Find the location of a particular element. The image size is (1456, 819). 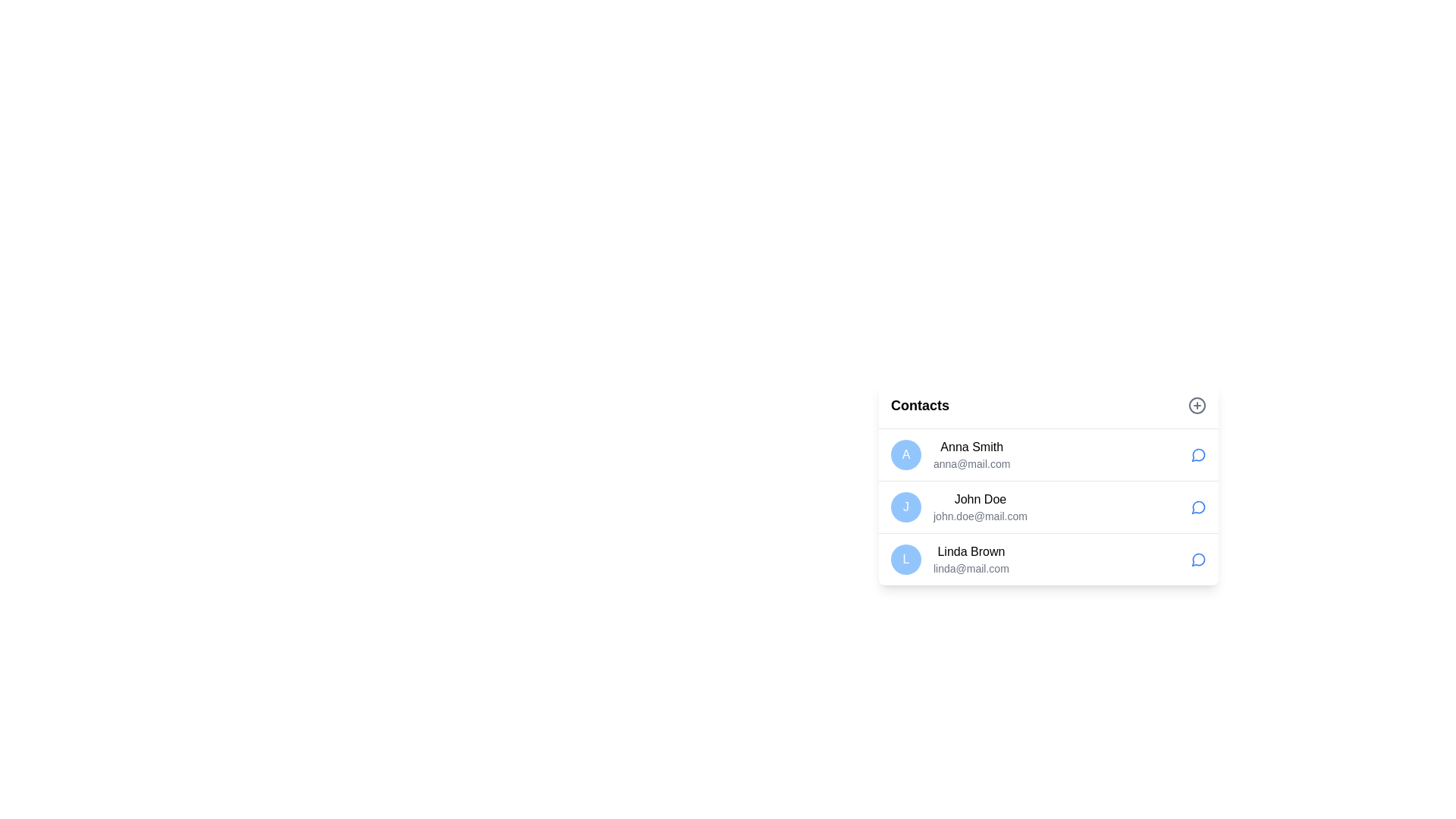

the contact name text label, which is the third entry in the 'Contacts' section, located to the right of the circular avatar with the letter 'L' is located at coordinates (971, 552).